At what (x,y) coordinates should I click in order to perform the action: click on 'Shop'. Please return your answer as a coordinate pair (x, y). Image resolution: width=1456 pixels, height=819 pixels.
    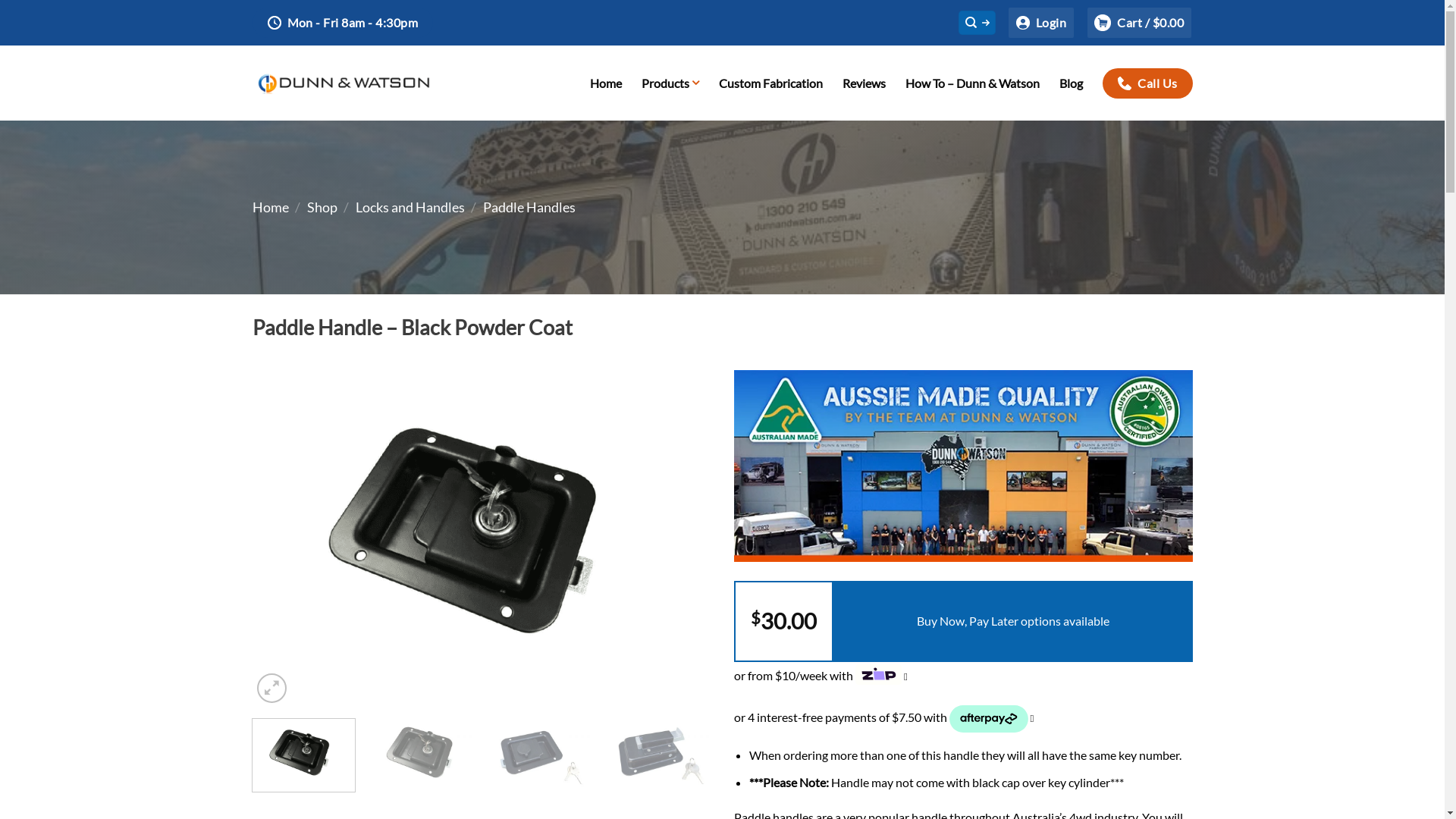
    Looking at the image, I should click on (322, 207).